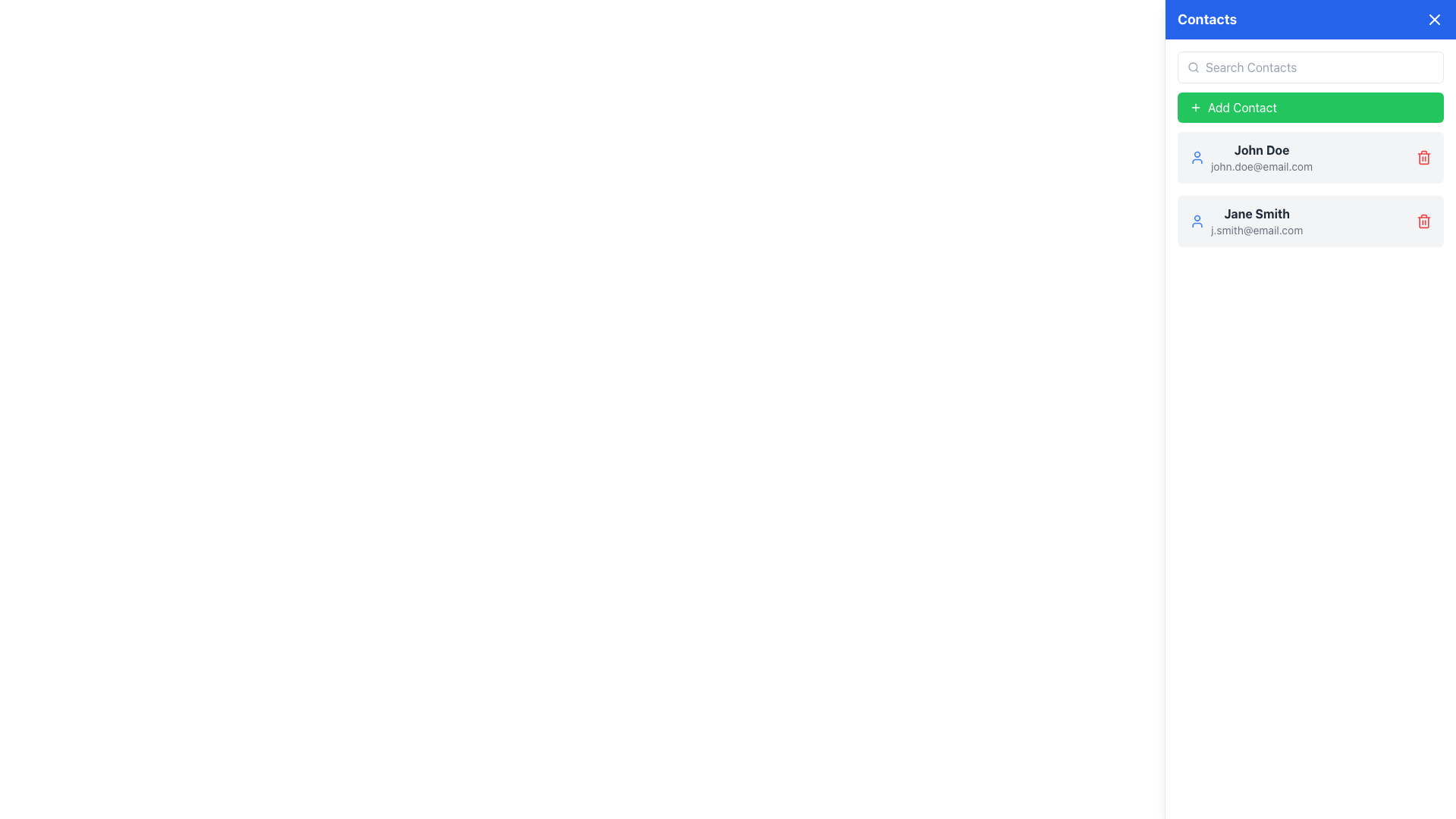  What do you see at coordinates (1197, 221) in the screenshot?
I see `the user icon for 'Jane Smith', which is a blue circular head and shoulder outline located in the user profile list` at bounding box center [1197, 221].